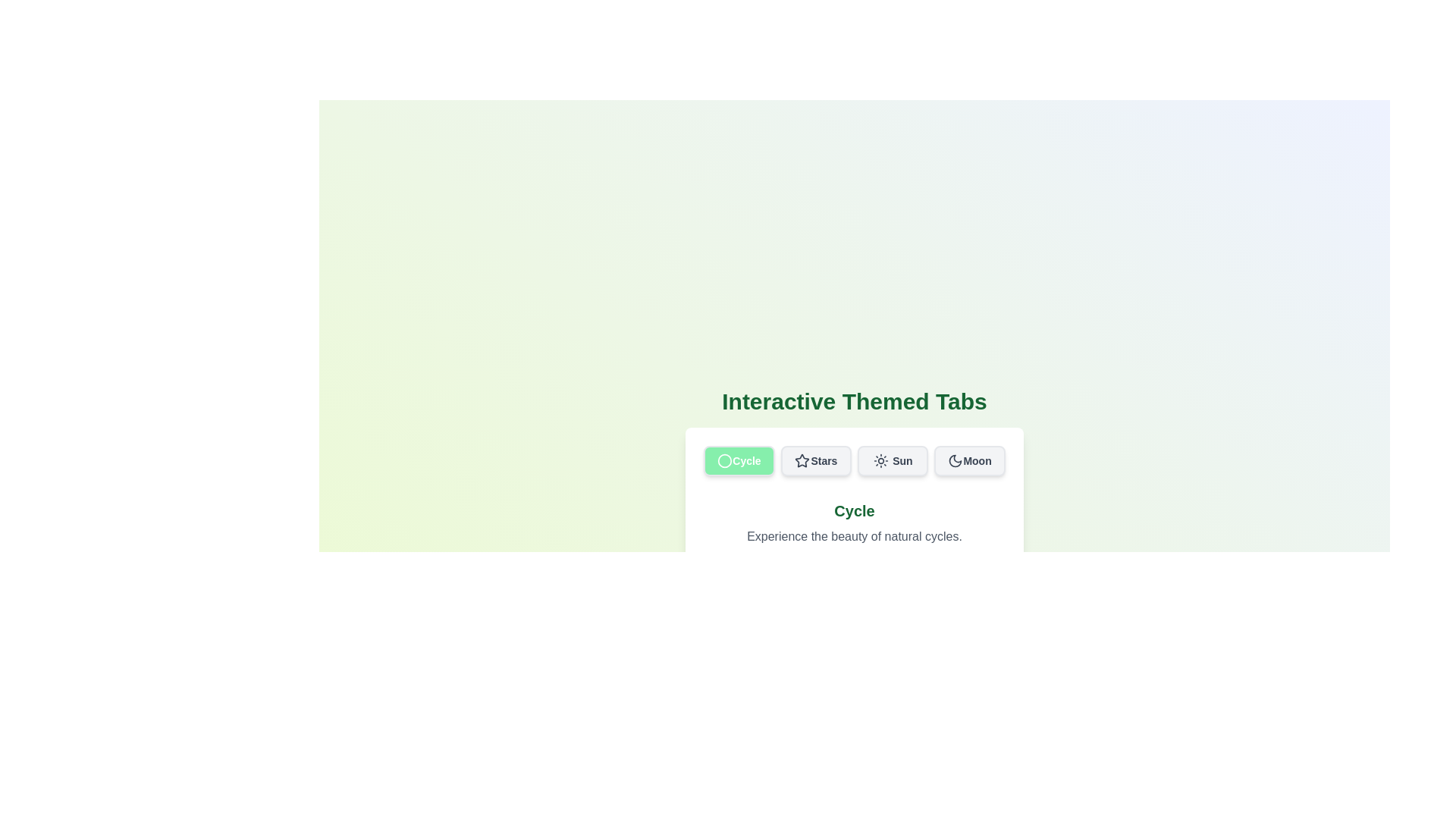  What do you see at coordinates (969, 460) in the screenshot?
I see `the tab labeled Moon` at bounding box center [969, 460].